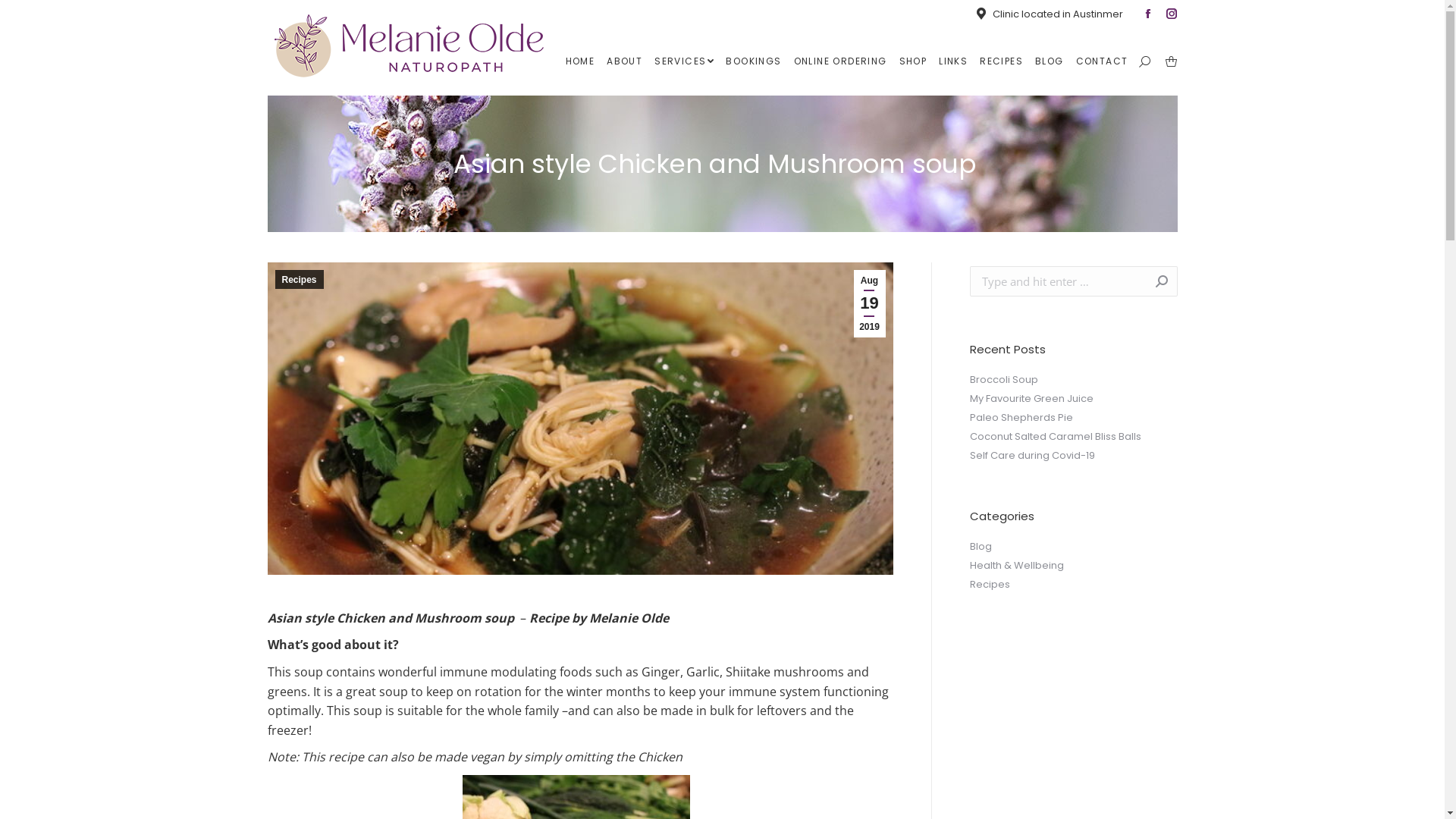  Describe the element at coordinates (624, 61) in the screenshot. I see `'ABOUT'` at that location.